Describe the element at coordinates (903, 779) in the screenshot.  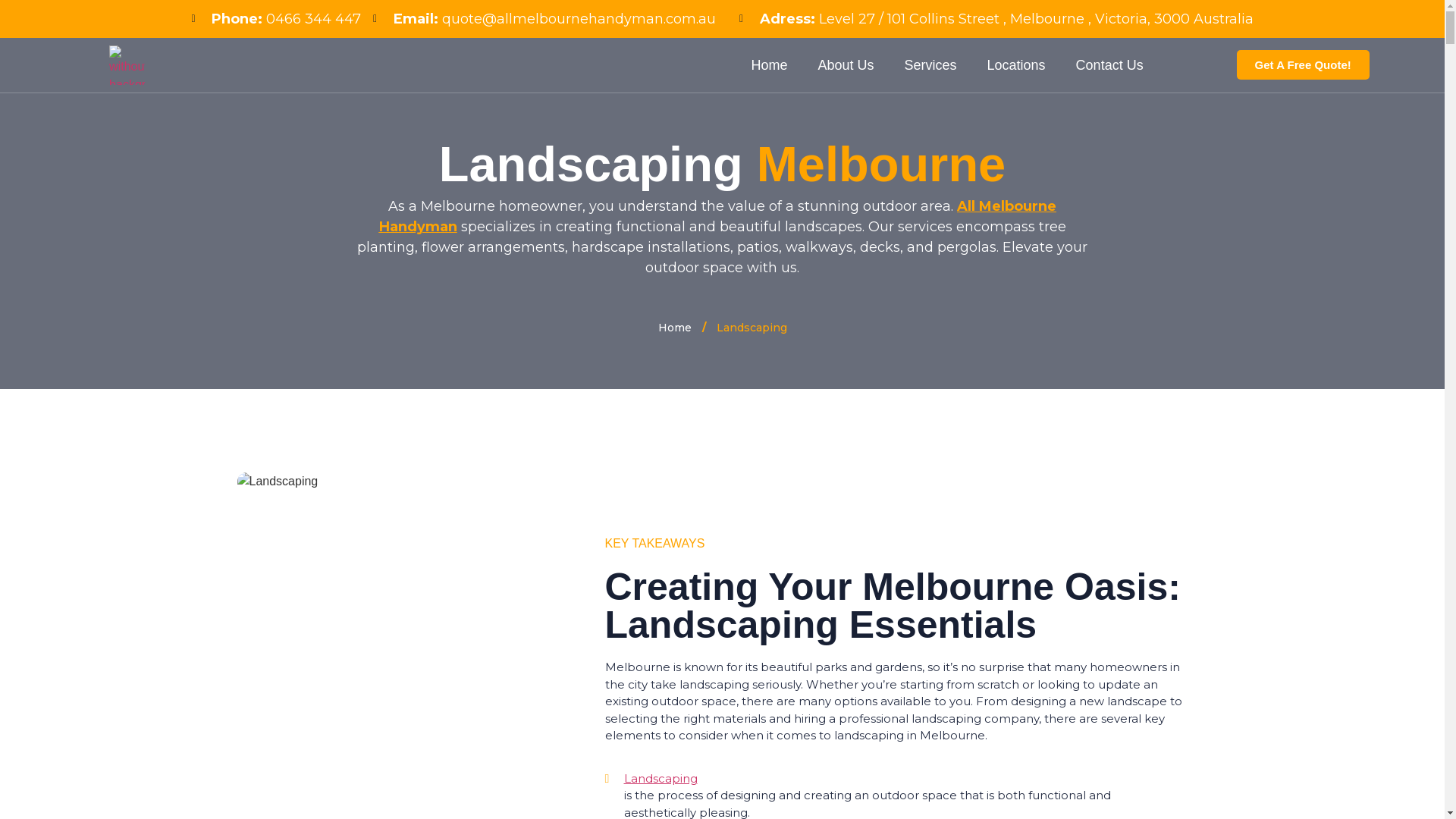
I see `'Landscaping'` at that location.